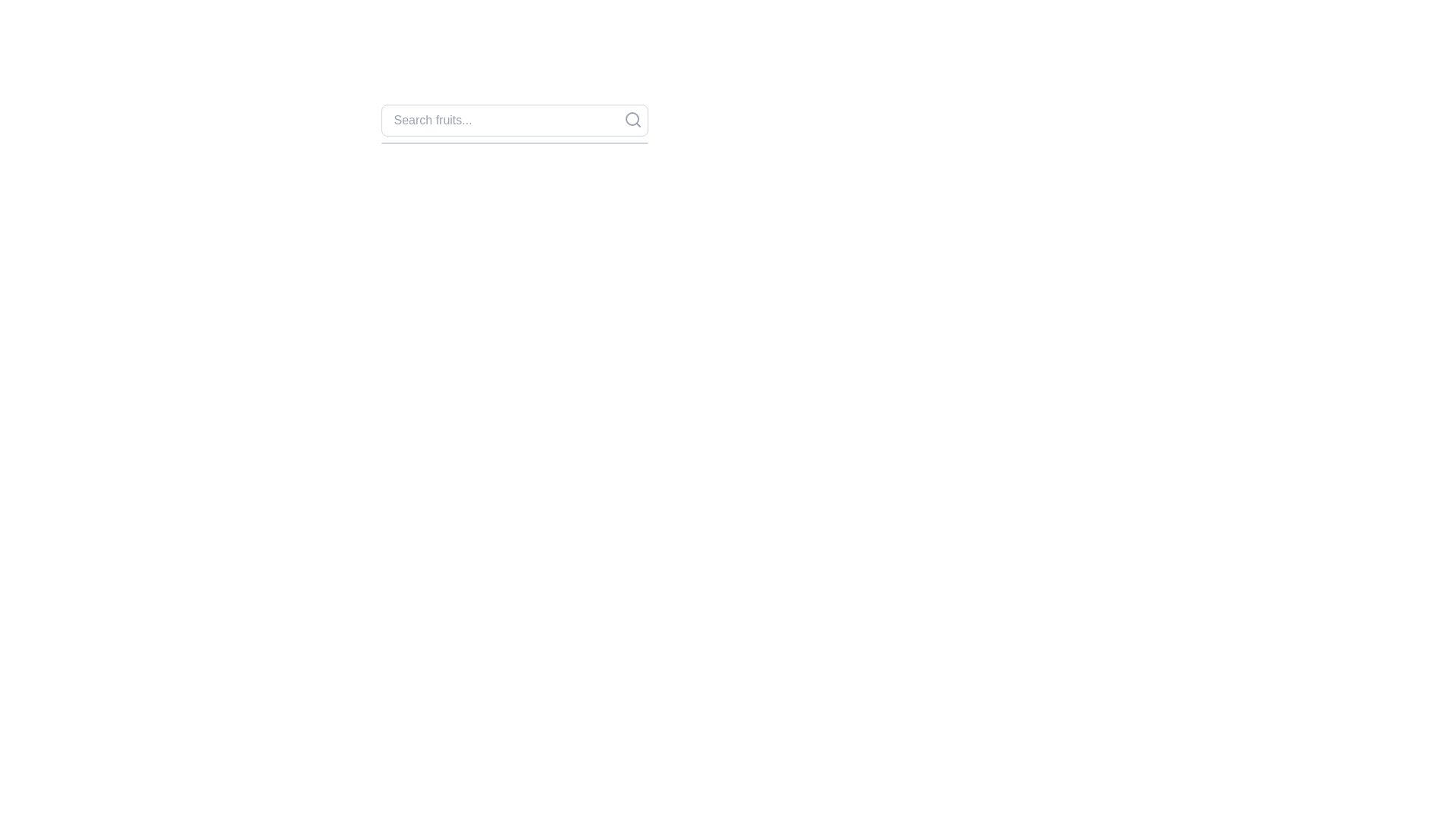  I want to click on the search icon located in the top-right corner of the 'Search fruits...' text input field to initiate the search action, so click(632, 119).